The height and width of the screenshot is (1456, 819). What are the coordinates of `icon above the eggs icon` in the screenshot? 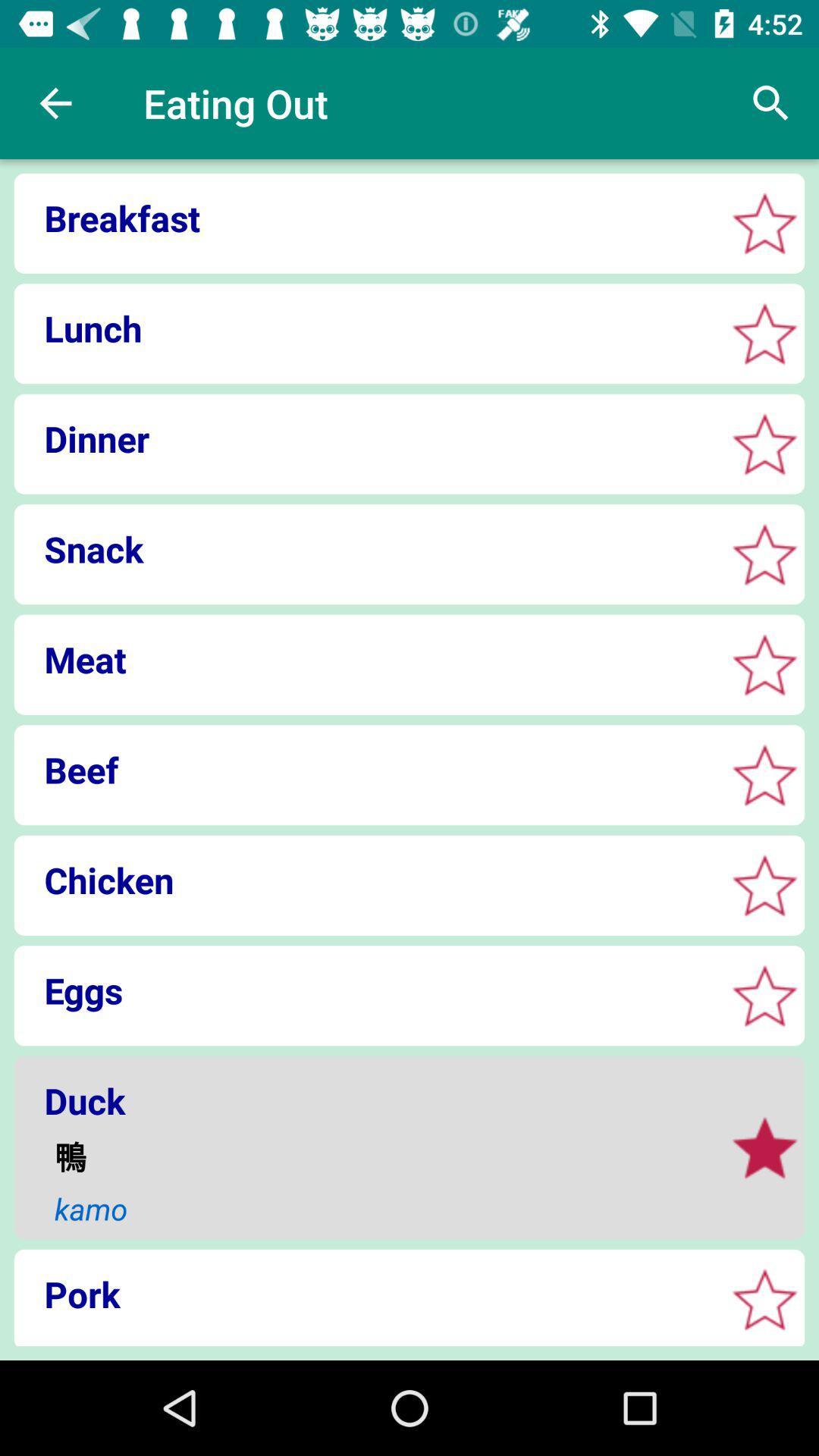 It's located at (365, 880).